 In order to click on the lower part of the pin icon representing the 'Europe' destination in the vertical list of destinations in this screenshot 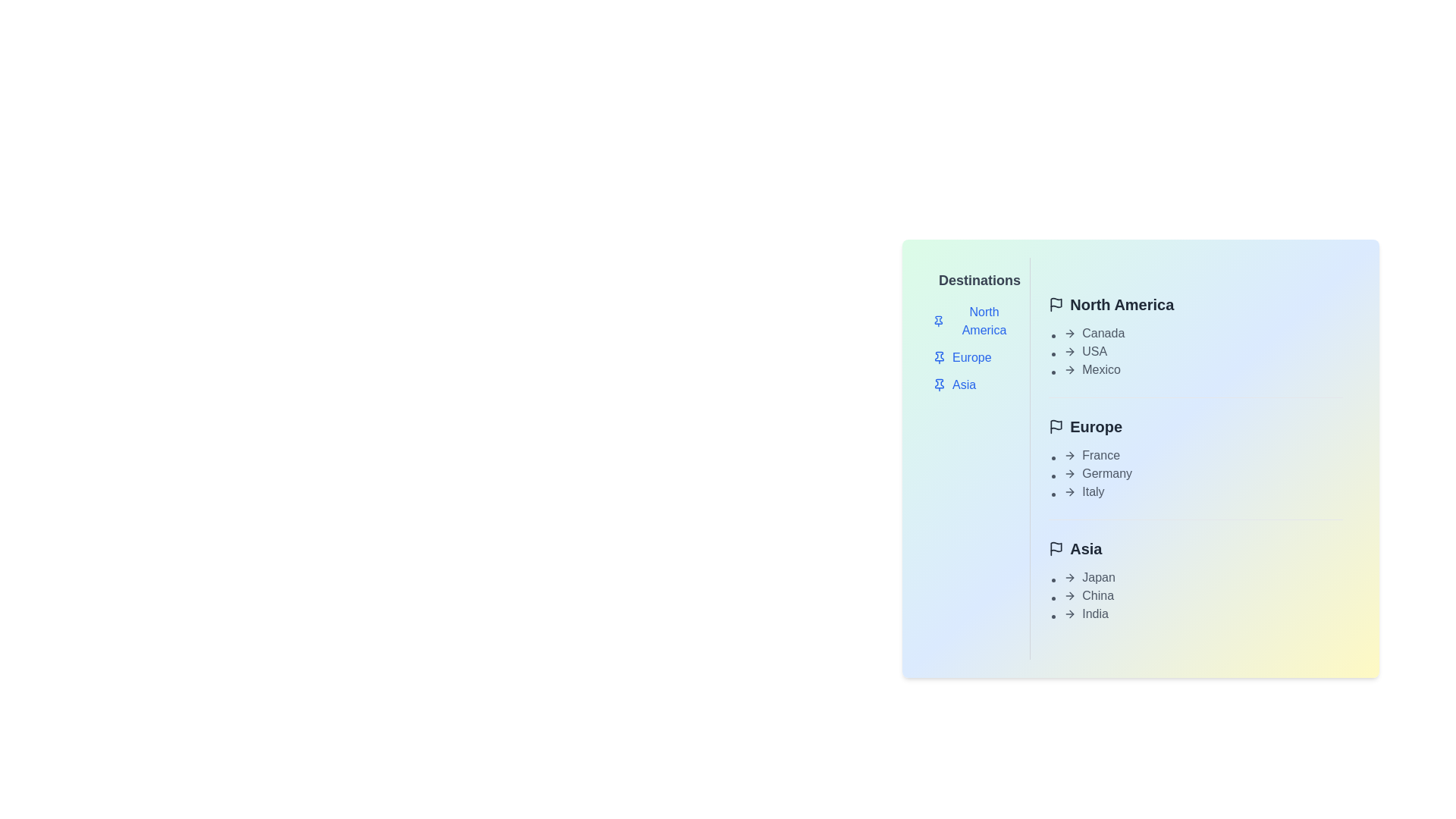, I will do `click(938, 356)`.